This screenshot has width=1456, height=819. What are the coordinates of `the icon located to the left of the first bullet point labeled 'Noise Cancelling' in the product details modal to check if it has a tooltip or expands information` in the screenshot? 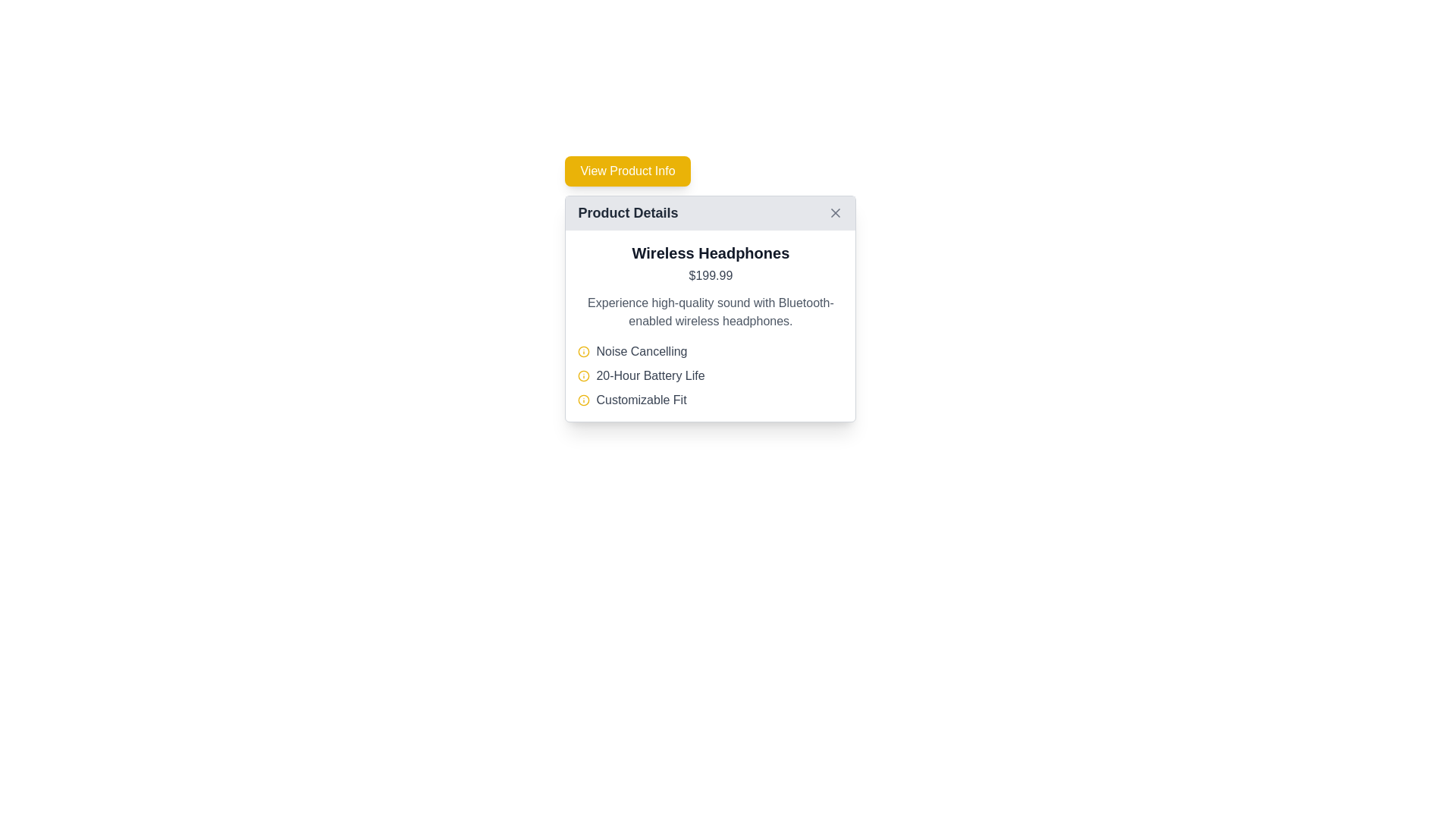 It's located at (583, 351).